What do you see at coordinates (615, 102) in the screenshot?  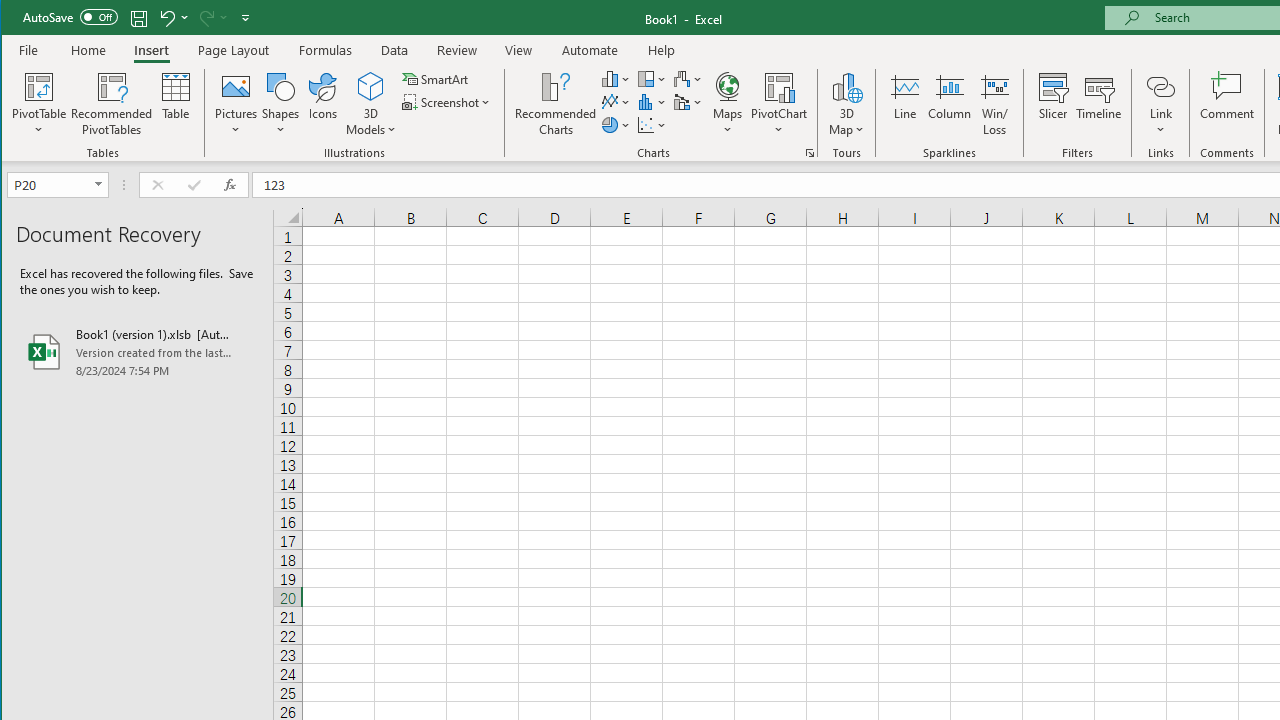 I see `'Insert Line or Area Chart'` at bounding box center [615, 102].